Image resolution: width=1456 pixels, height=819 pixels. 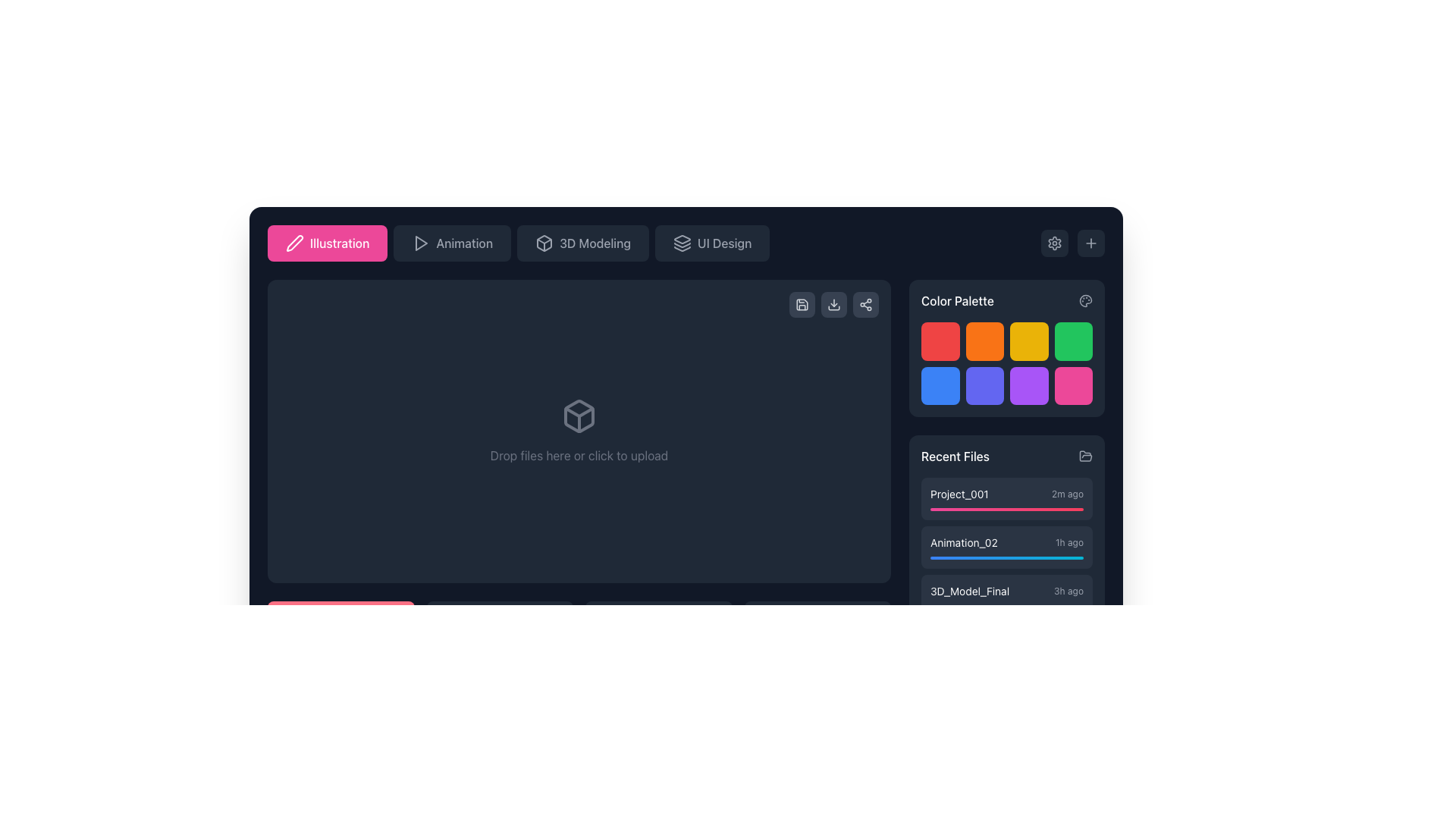 What do you see at coordinates (1007, 509) in the screenshot?
I see `the Progress bar located below the 'Project_001' text, which has a gradient color transitioning from pink to rose and is styled with rounded ends` at bounding box center [1007, 509].